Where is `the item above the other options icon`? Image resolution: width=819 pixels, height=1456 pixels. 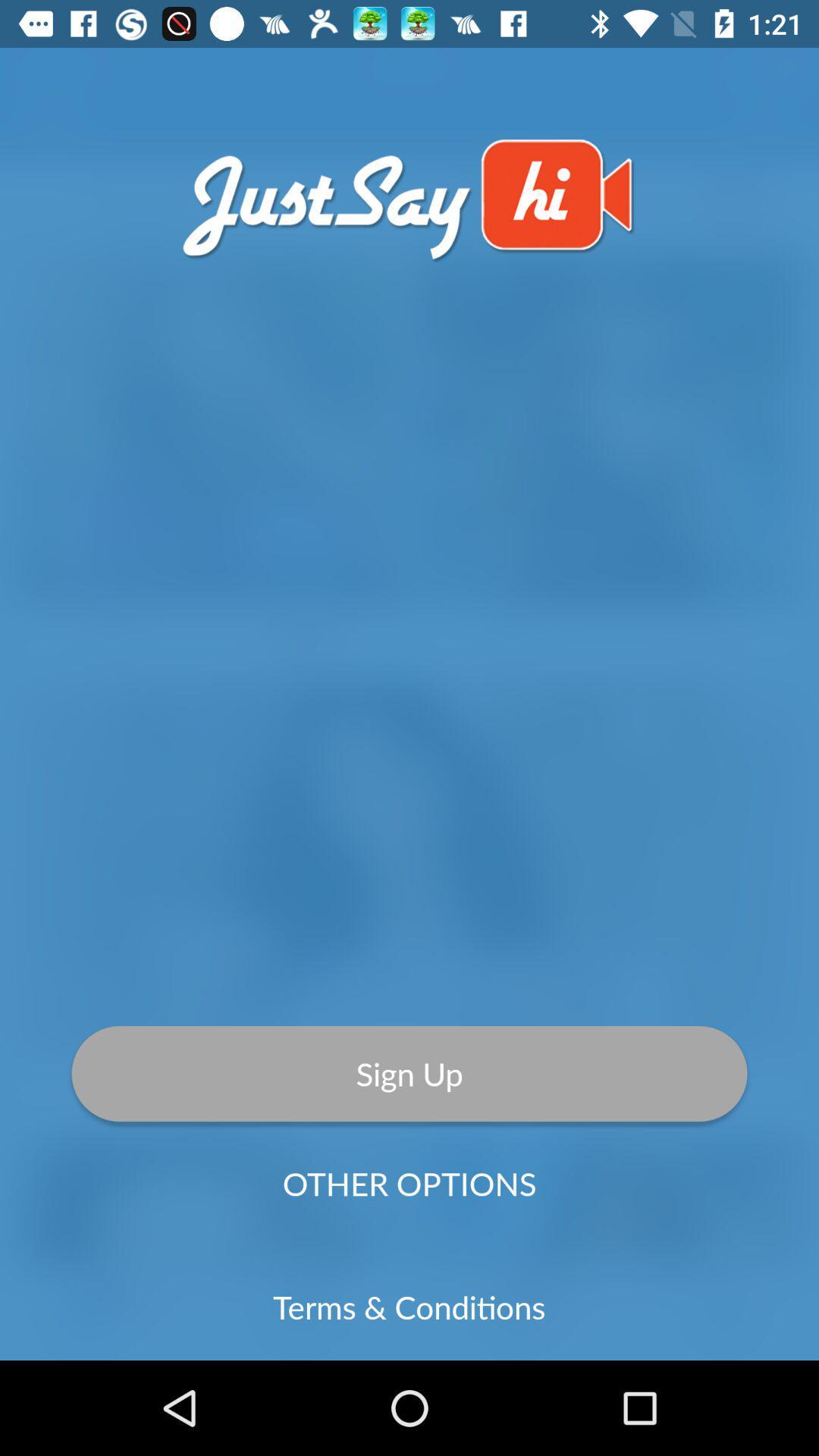
the item above the other options icon is located at coordinates (409, 1073).